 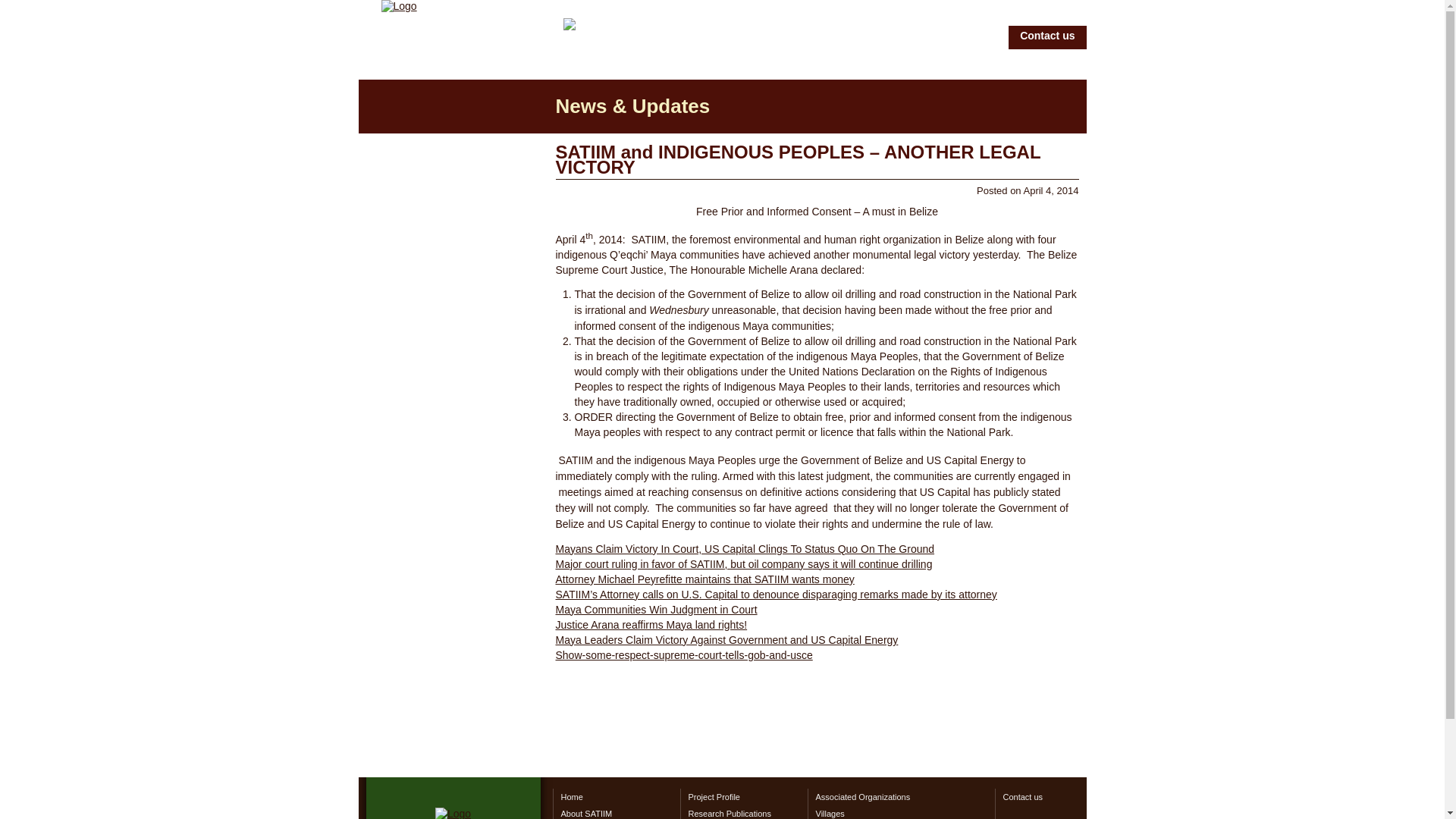 What do you see at coordinates (1043, 795) in the screenshot?
I see `'Contact us'` at bounding box center [1043, 795].